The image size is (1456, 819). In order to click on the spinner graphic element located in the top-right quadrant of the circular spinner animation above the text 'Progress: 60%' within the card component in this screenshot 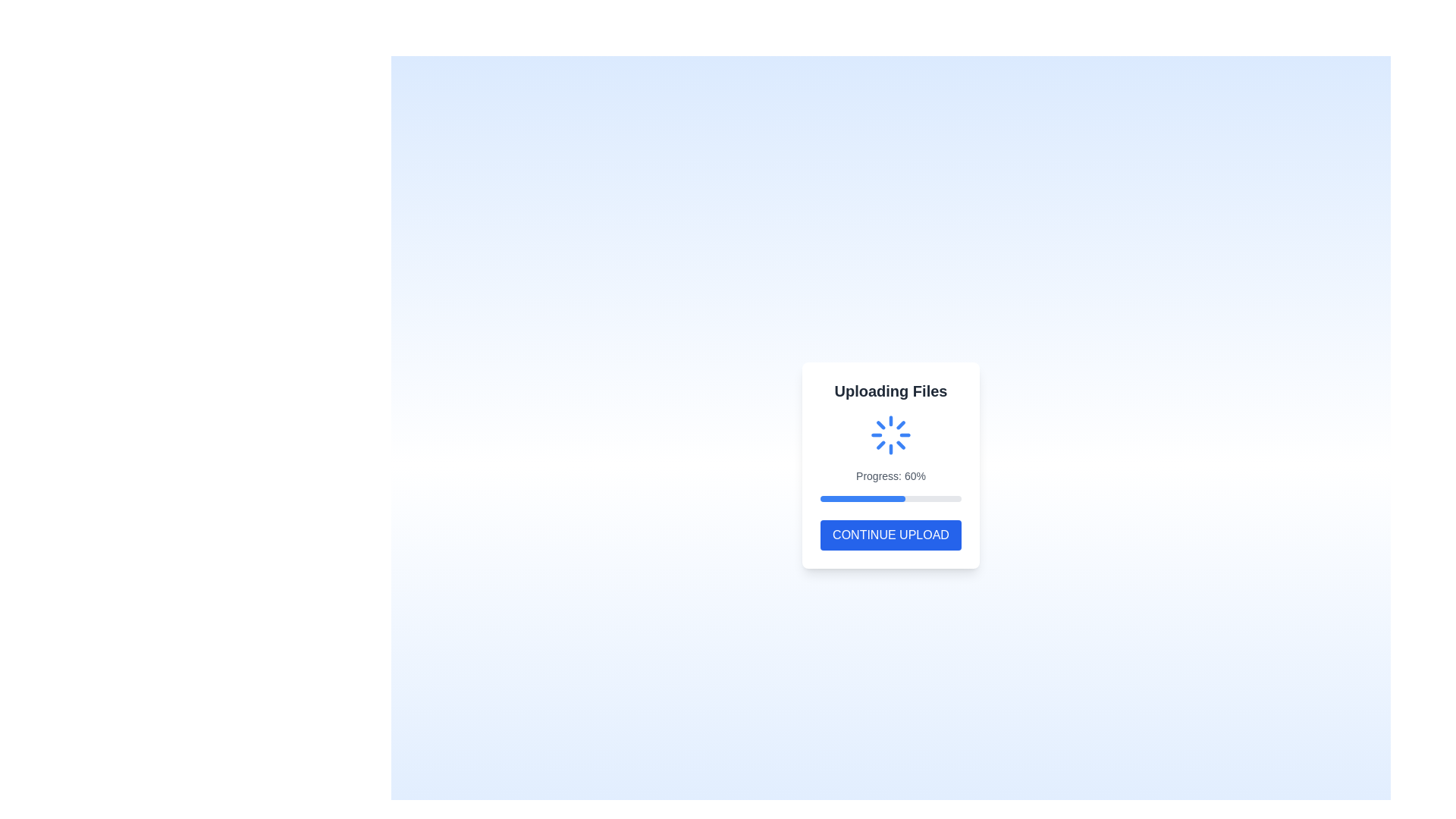, I will do `click(903, 441)`.